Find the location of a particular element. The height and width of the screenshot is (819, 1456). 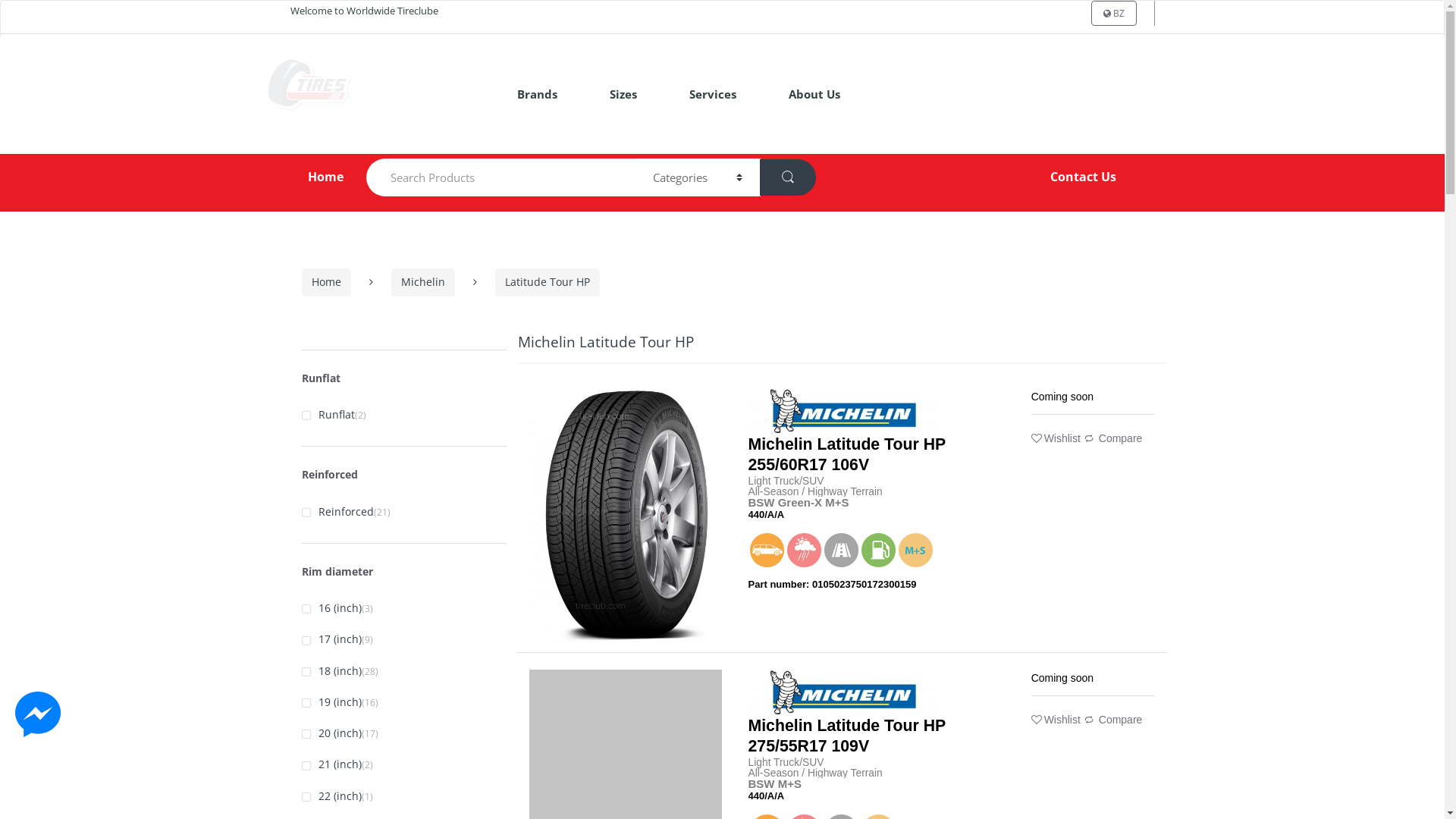

'22 (inch)' is located at coordinates (331, 795).